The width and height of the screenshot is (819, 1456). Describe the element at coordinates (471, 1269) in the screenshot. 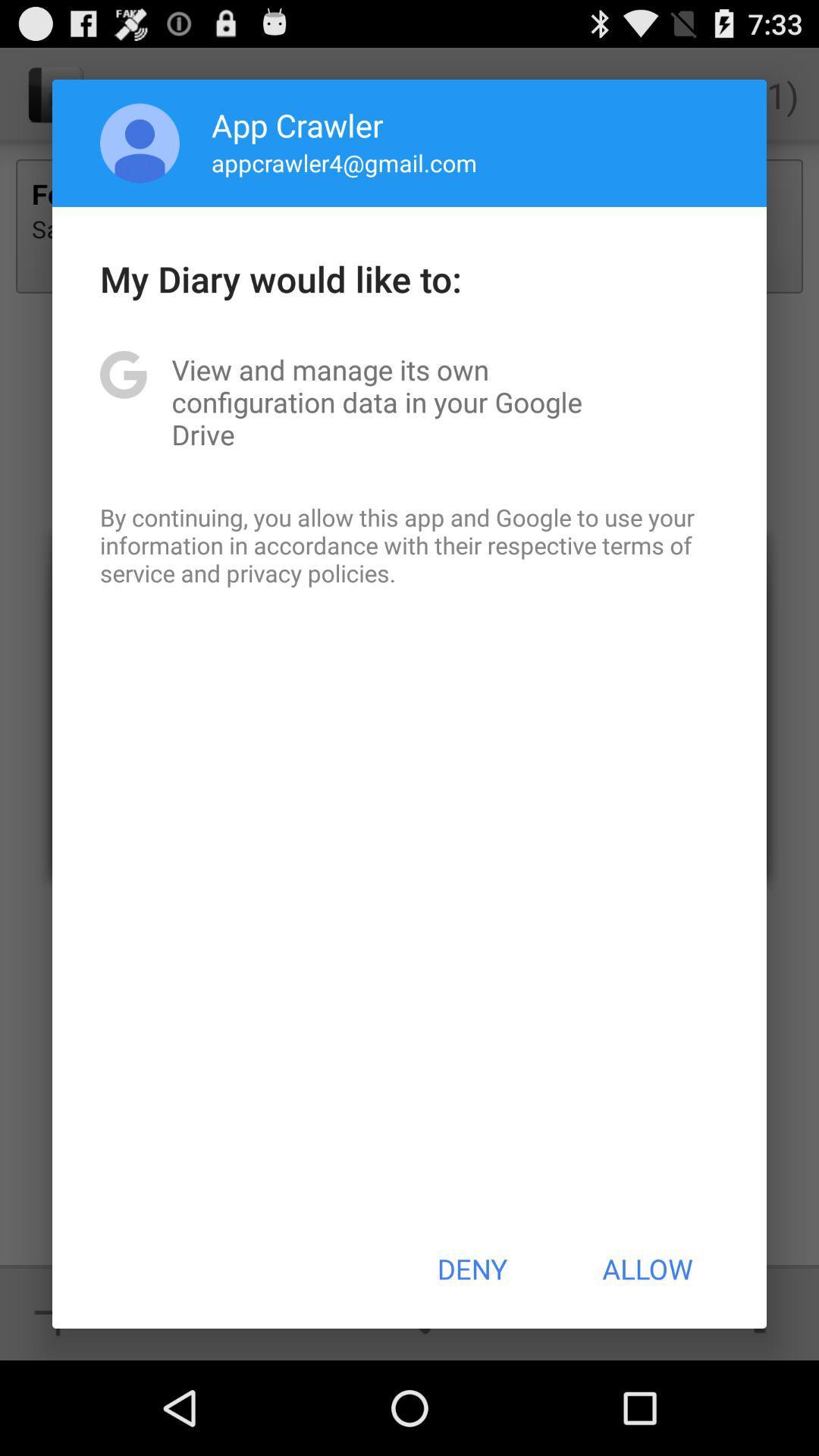

I see `the item at the bottom` at that location.